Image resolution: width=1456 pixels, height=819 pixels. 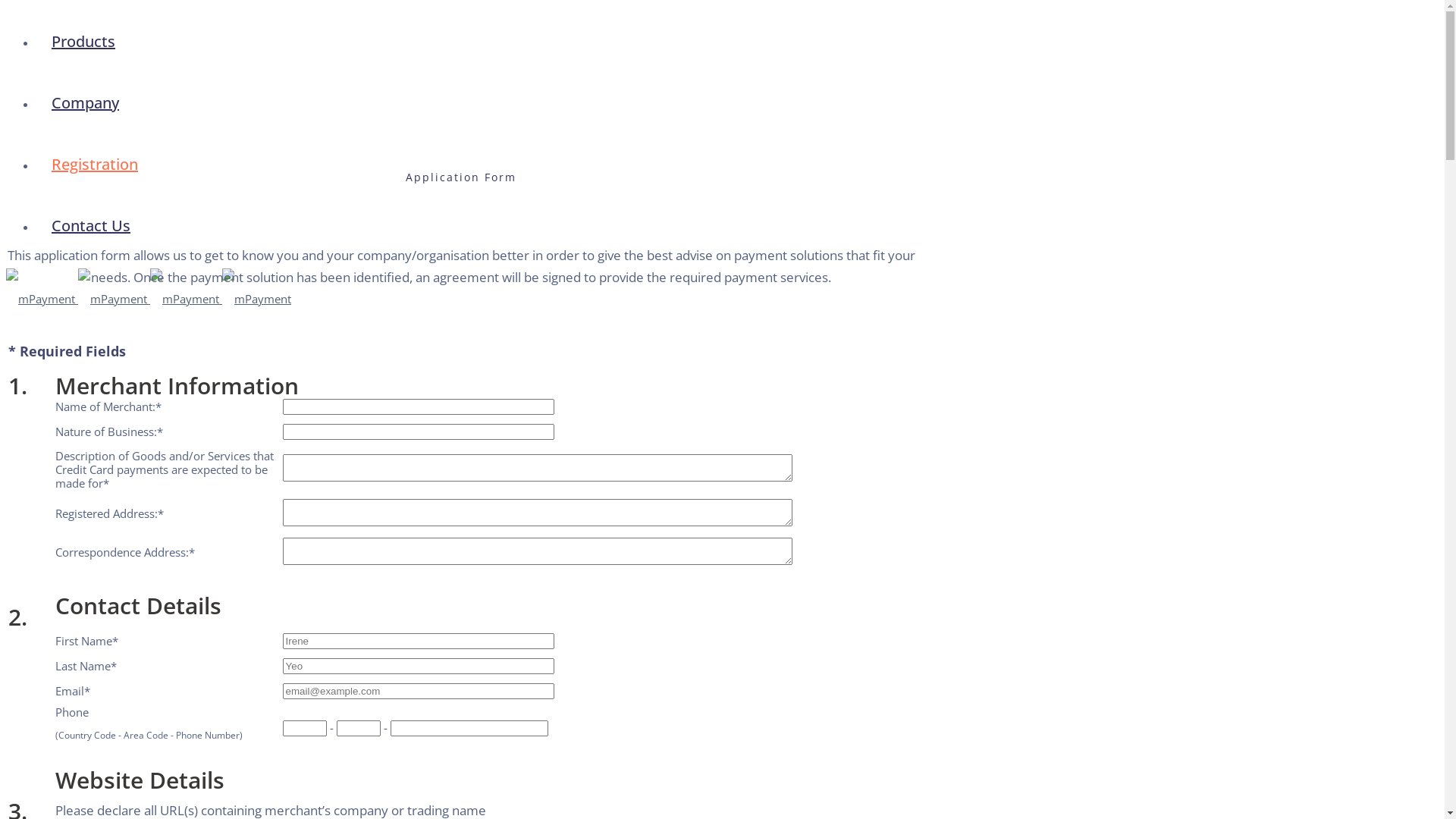 I want to click on 'Registration', so click(x=93, y=164).